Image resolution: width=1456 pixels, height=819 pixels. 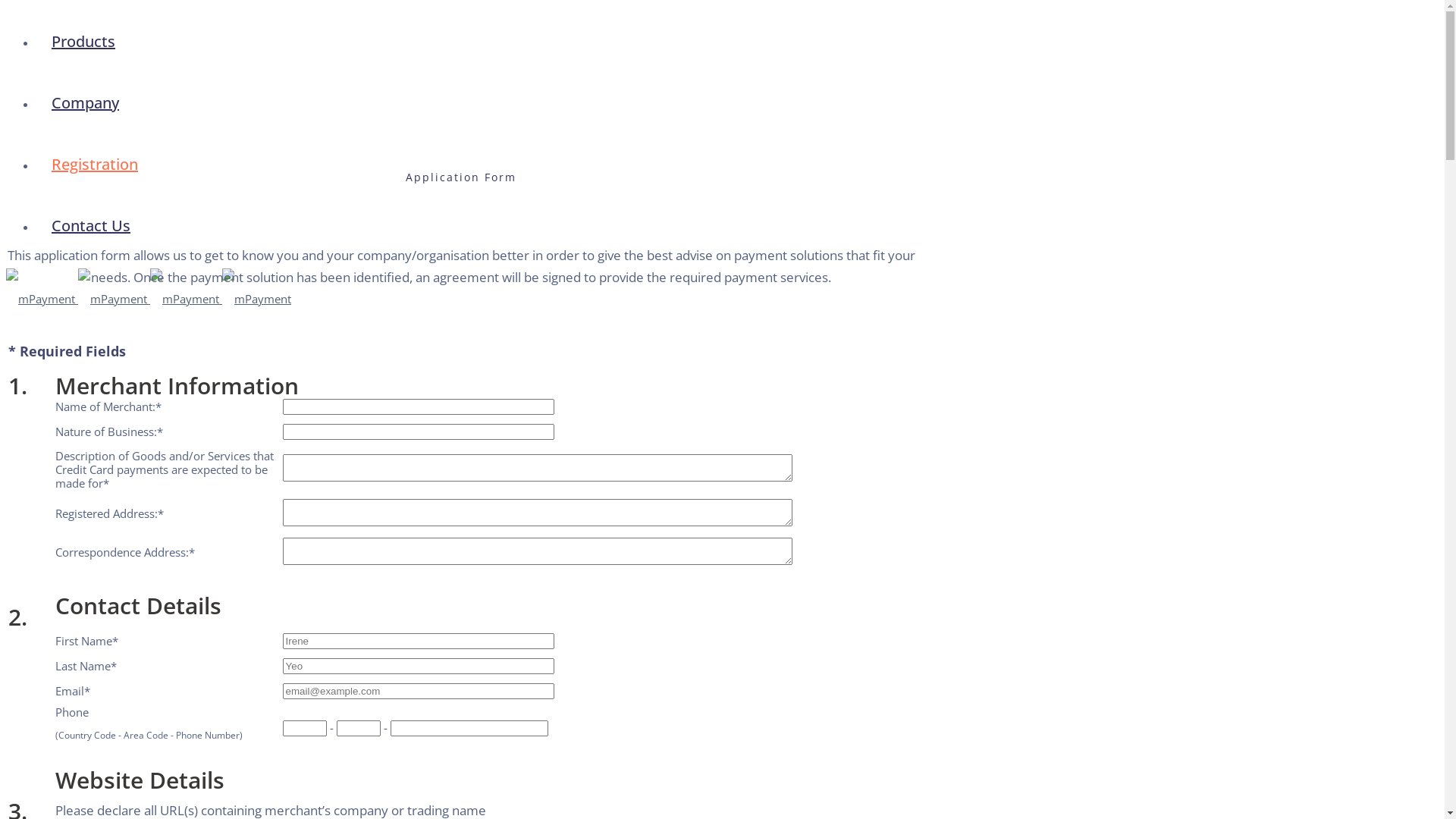 I want to click on 'Registration', so click(x=93, y=164).